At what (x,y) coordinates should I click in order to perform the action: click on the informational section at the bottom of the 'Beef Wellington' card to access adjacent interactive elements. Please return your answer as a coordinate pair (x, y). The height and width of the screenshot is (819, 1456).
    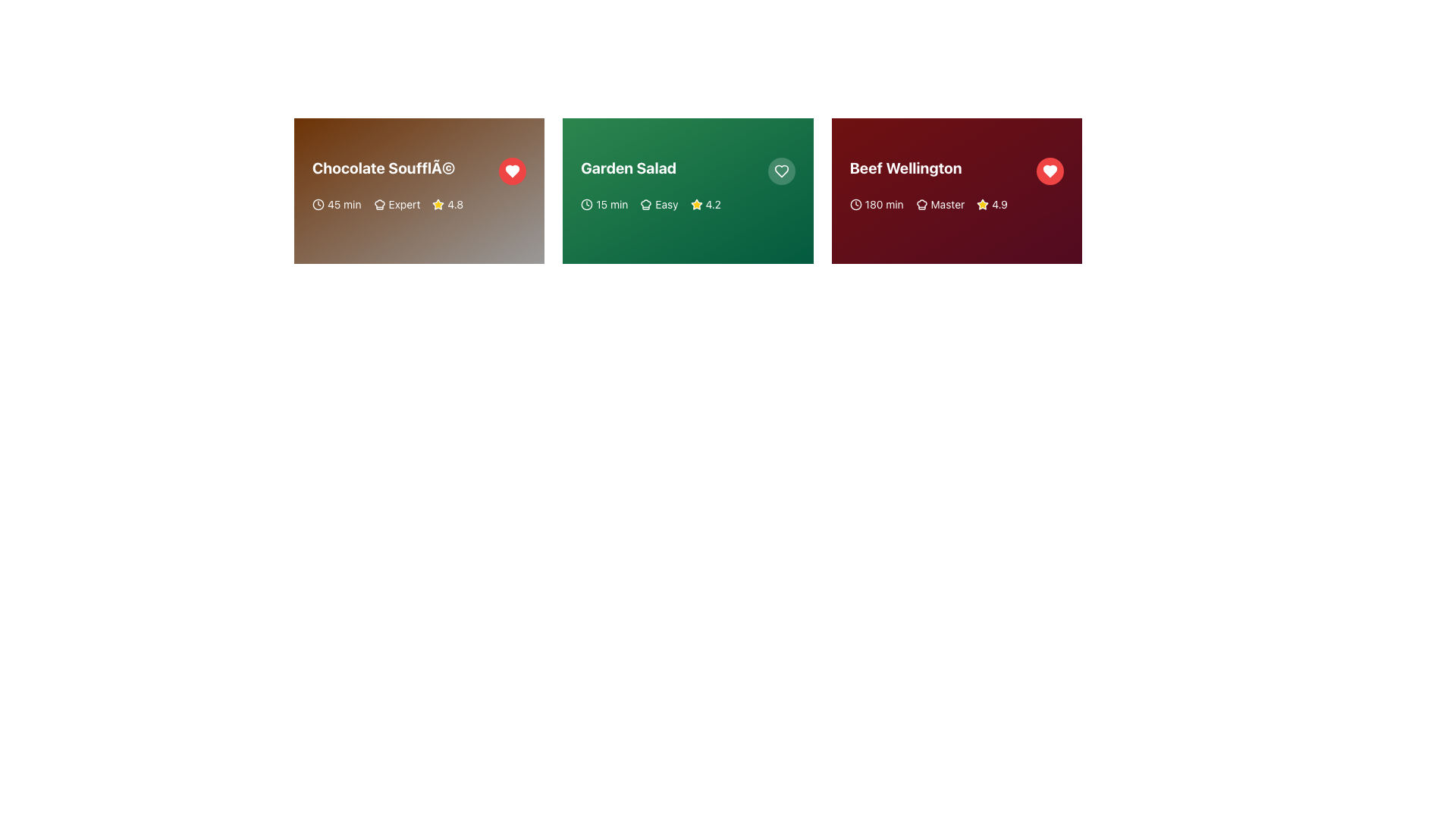
    Looking at the image, I should click on (955, 201).